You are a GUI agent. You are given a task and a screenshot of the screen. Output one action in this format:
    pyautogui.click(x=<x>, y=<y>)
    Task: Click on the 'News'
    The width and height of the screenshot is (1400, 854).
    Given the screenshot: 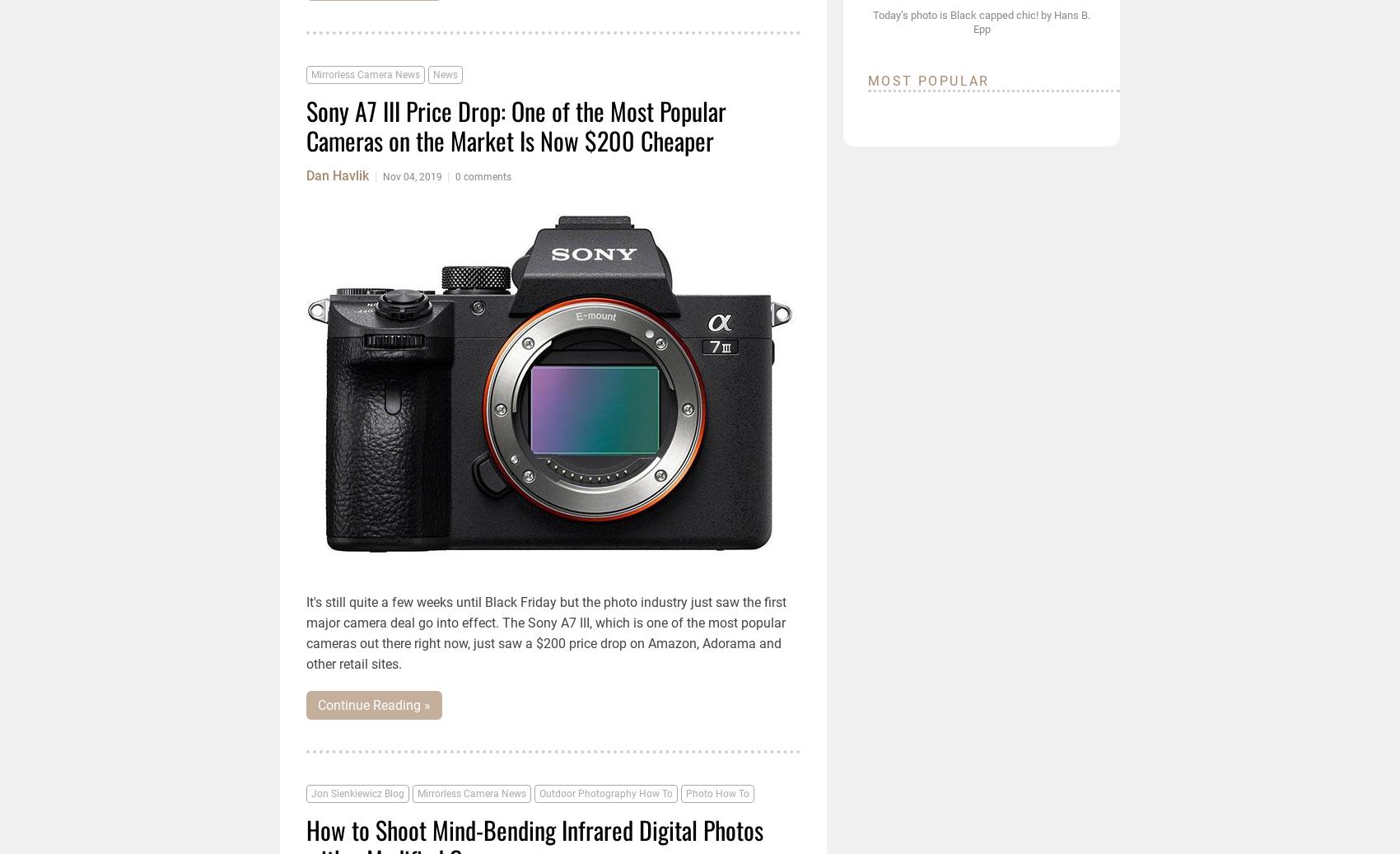 What is the action you would take?
    pyautogui.click(x=444, y=74)
    